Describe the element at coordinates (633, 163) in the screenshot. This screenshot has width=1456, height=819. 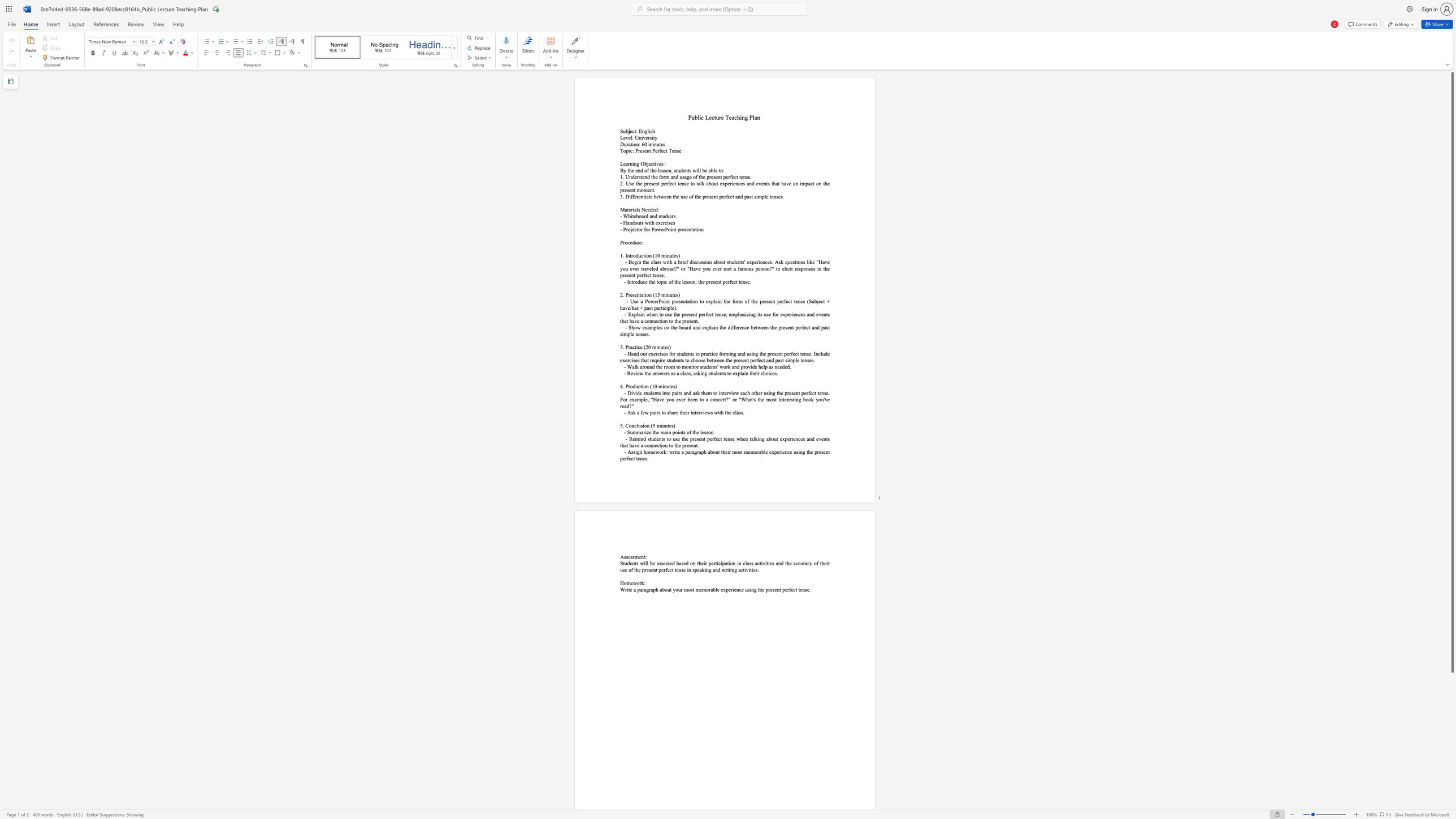
I see `the 1th character "i" in the text` at that location.